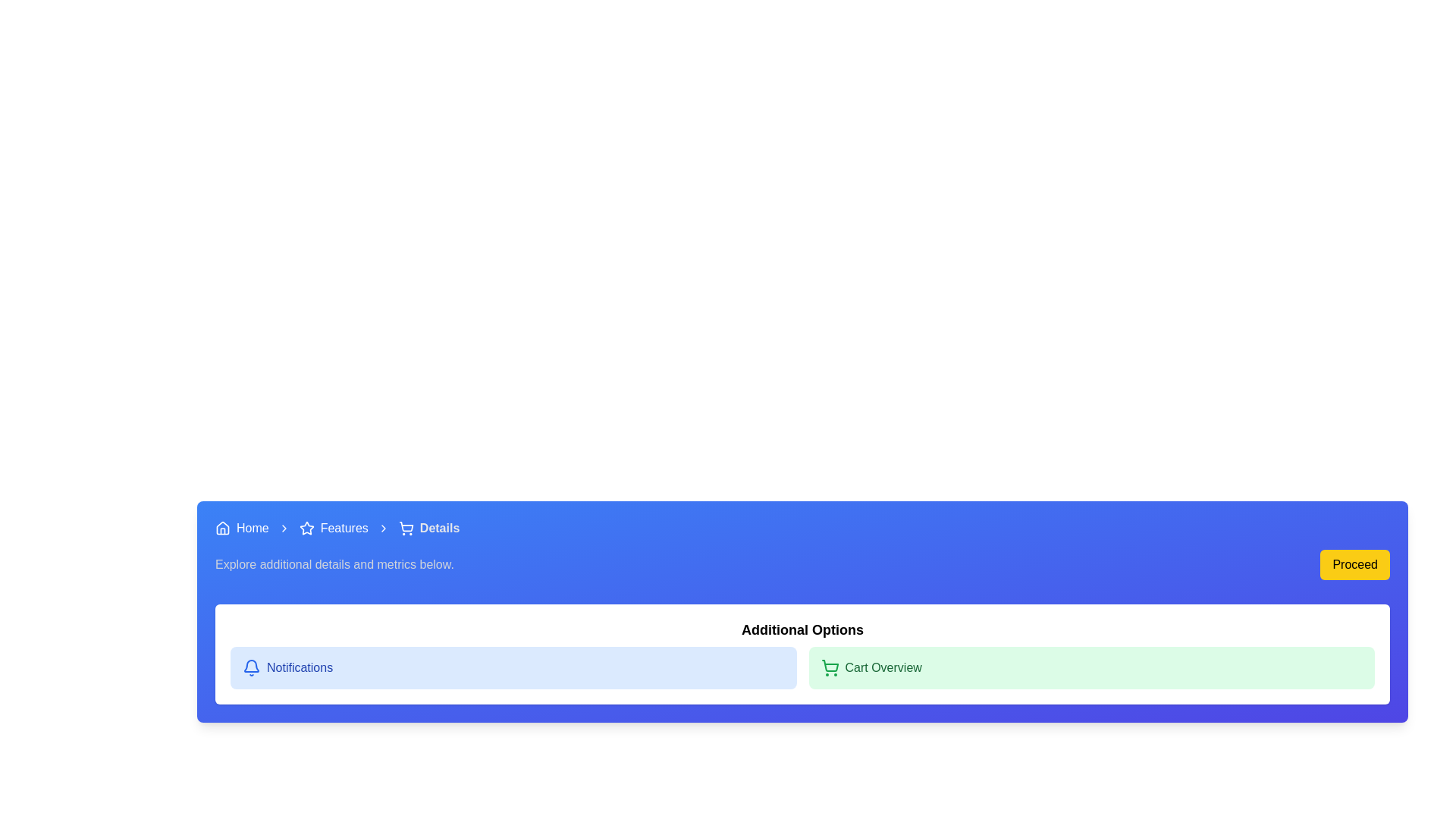 The height and width of the screenshot is (819, 1456). Describe the element at coordinates (383, 528) in the screenshot. I see `the second right-facing arrow icon in the breadcrumb navigation sequence, which is displayed in white on a blue background, to visually inspect its design` at that location.